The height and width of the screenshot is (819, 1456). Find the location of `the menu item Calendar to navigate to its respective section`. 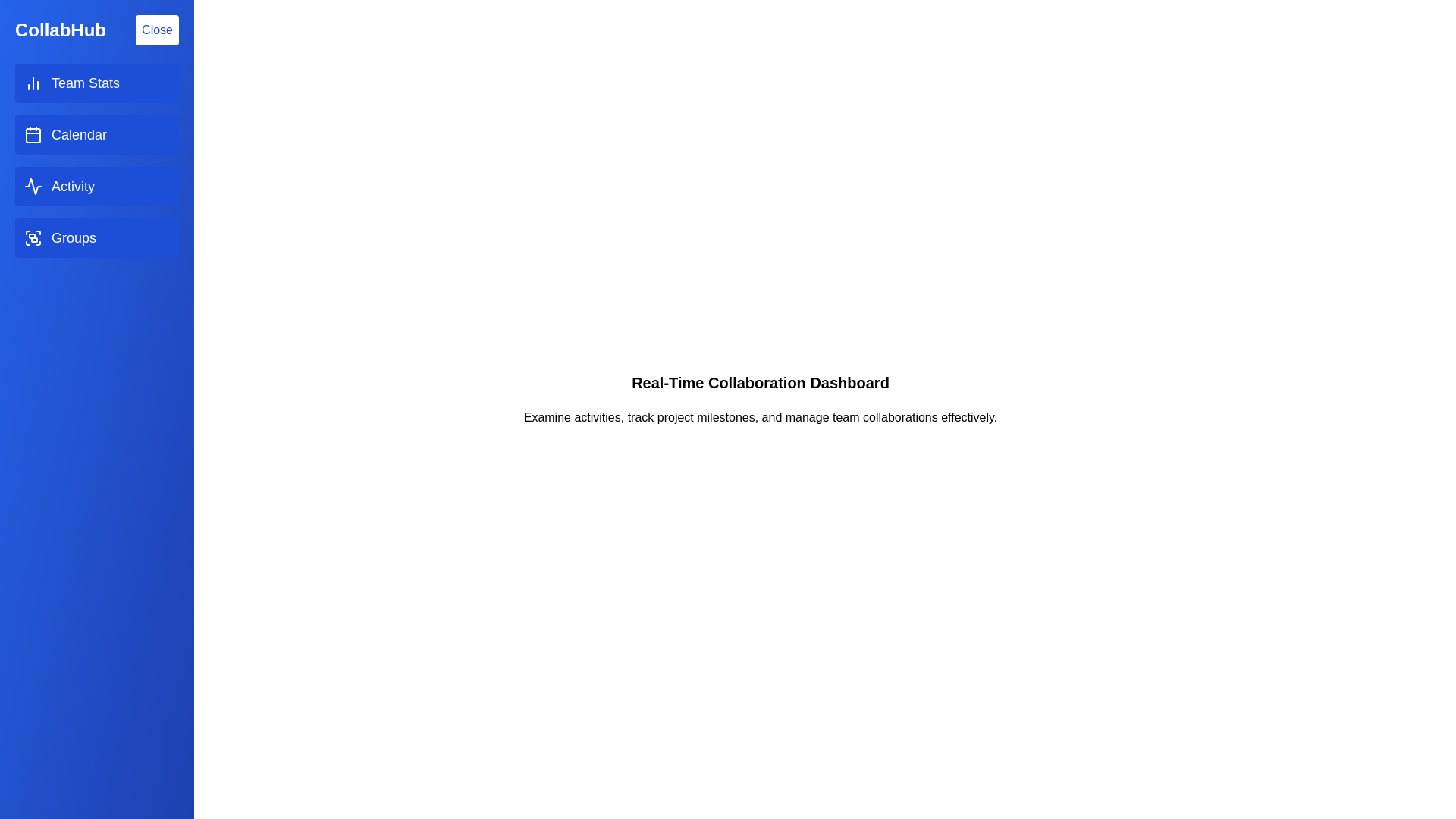

the menu item Calendar to navigate to its respective section is located at coordinates (96, 133).